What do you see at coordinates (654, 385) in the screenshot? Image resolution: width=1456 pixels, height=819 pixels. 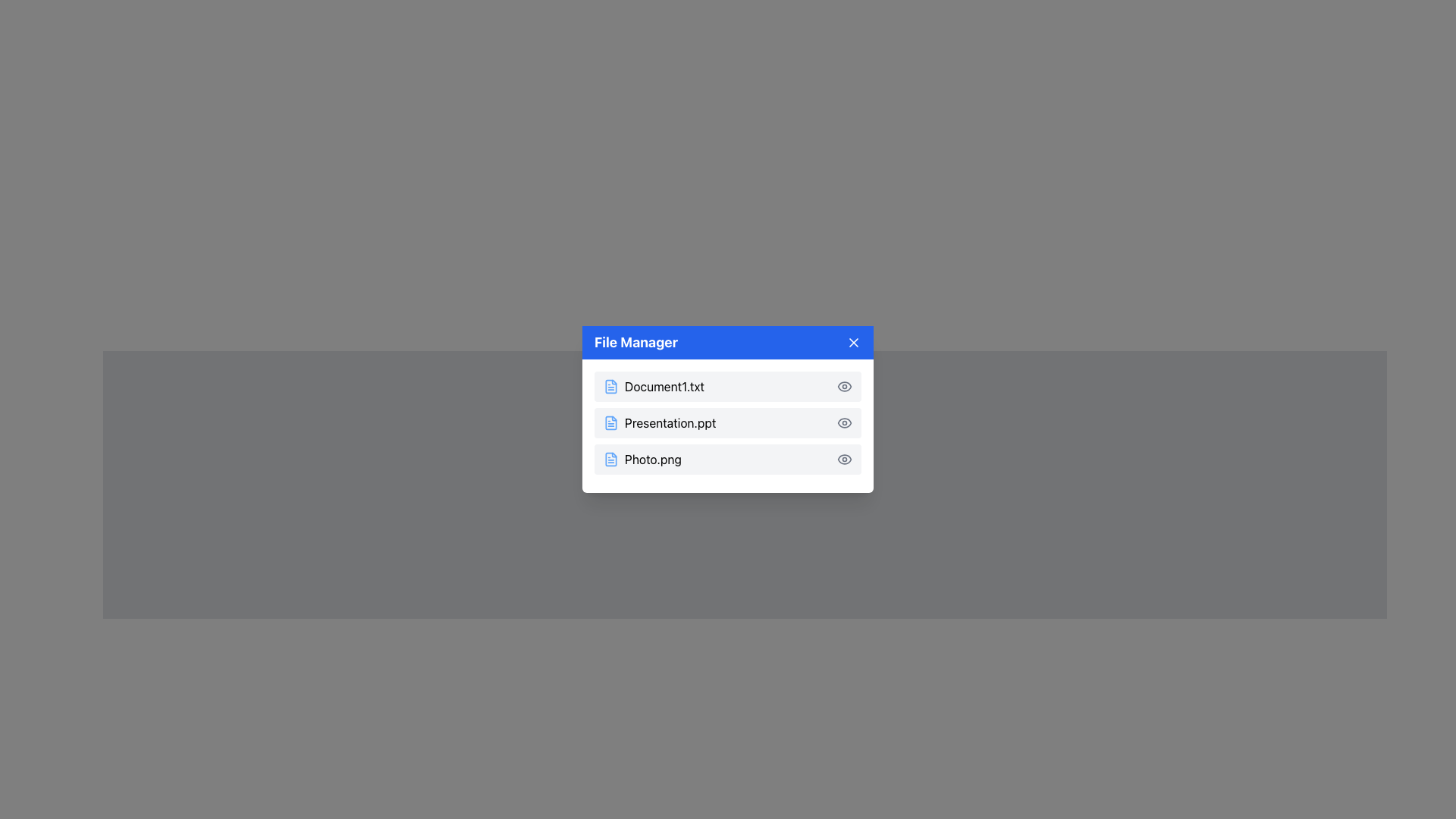 I see `the first file list item labeled 'Document1.txt' with a blue file icon in the File Manager panel` at bounding box center [654, 385].